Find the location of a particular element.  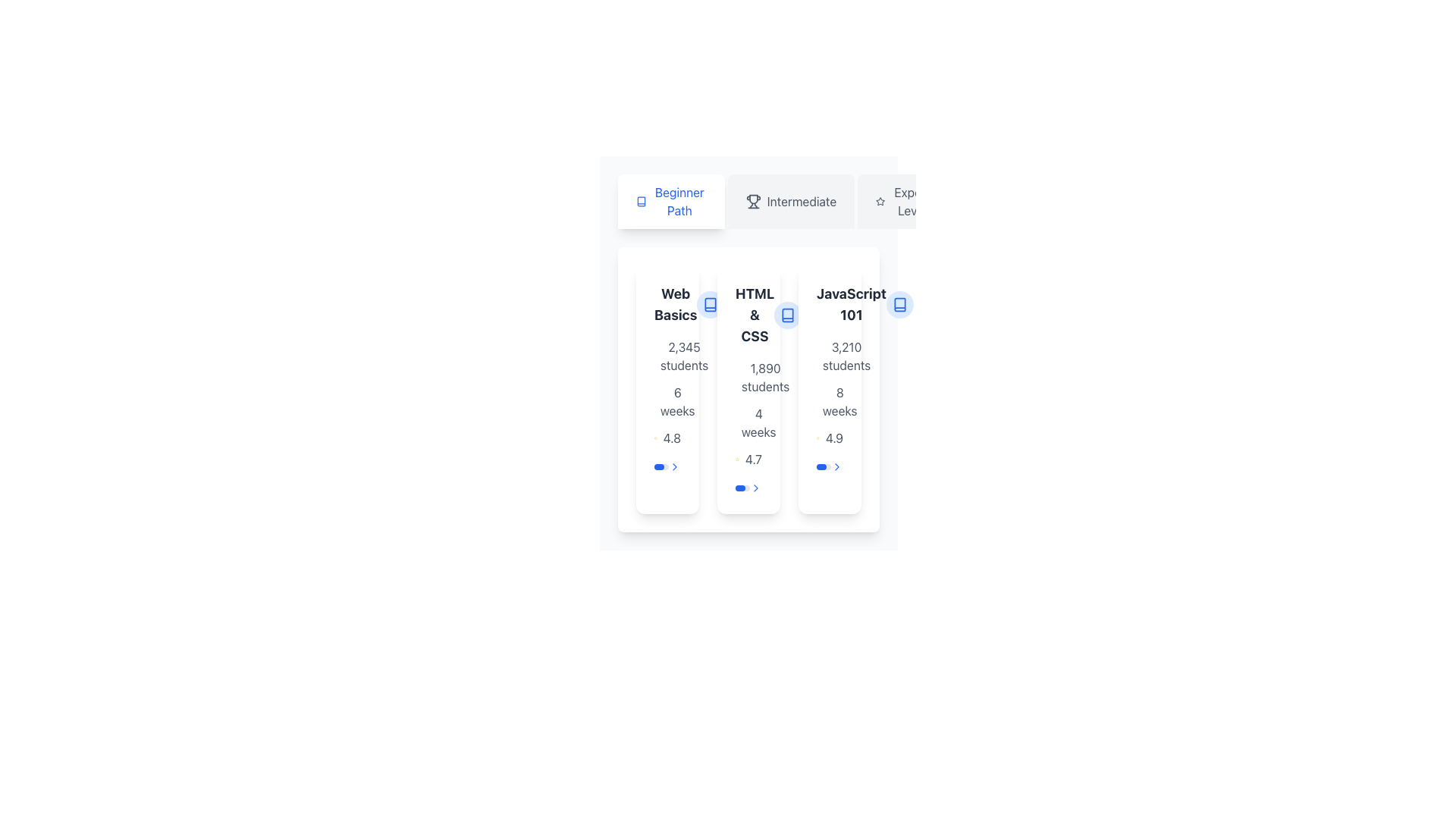

the bold, large-text label displaying 'HTML & CSS' located at the top of the second card in a horizontally aligned list of course options is located at coordinates (755, 315).